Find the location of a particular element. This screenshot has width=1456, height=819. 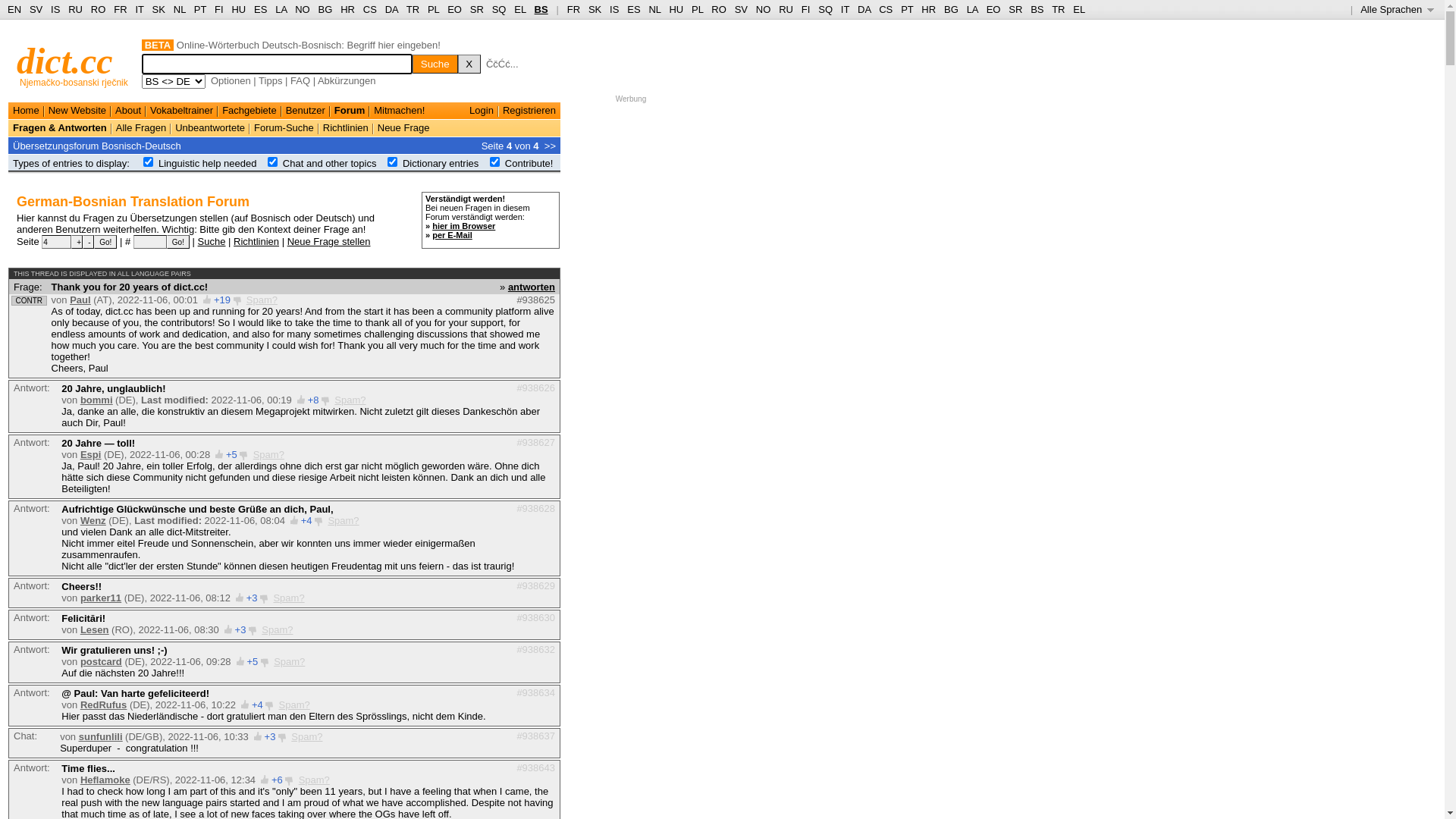

'SK' is located at coordinates (594, 9).